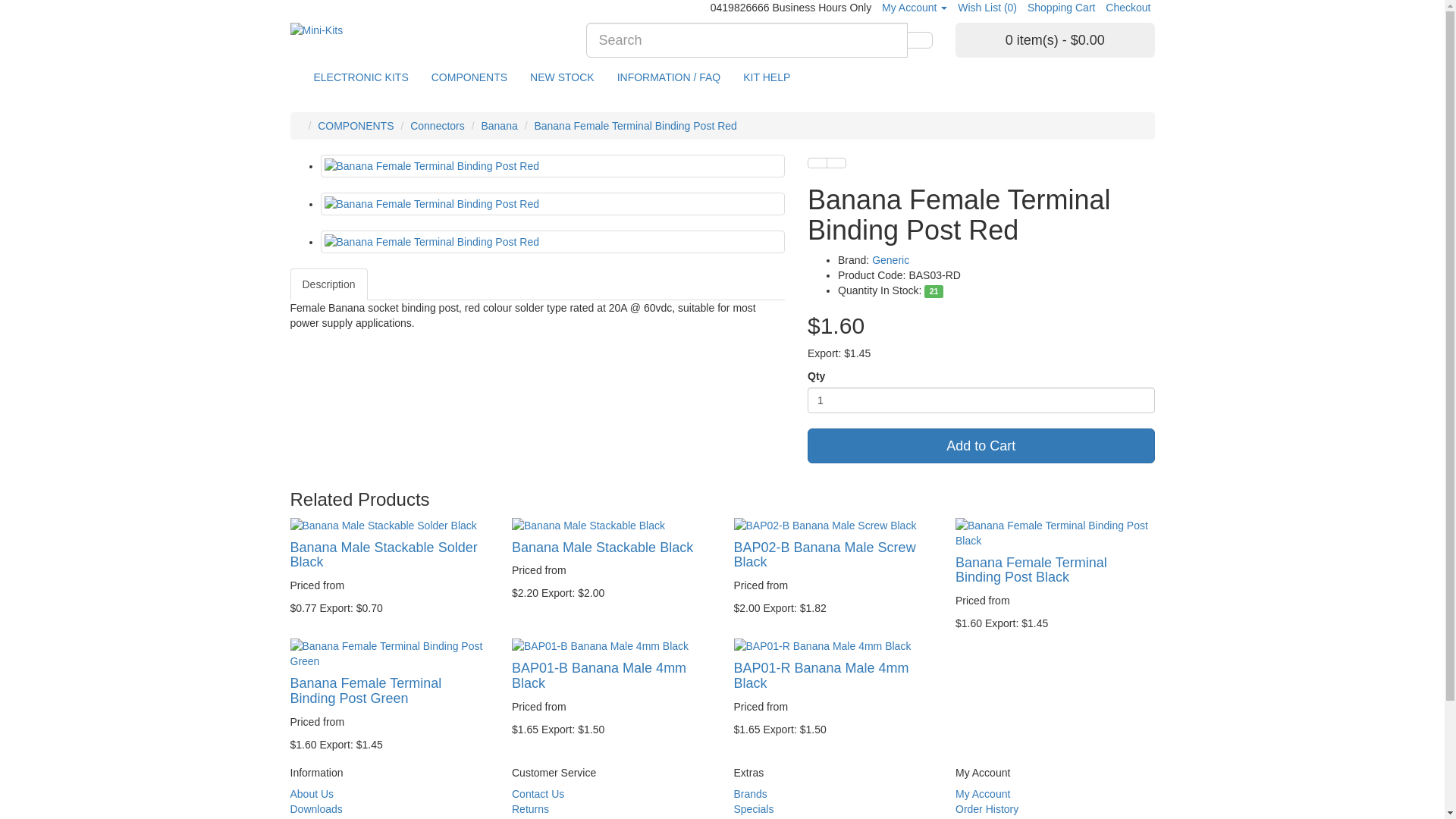 This screenshot has height=819, width=1456. What do you see at coordinates (389, 525) in the screenshot?
I see `'Banana Male Stackable Solder Black'` at bounding box center [389, 525].